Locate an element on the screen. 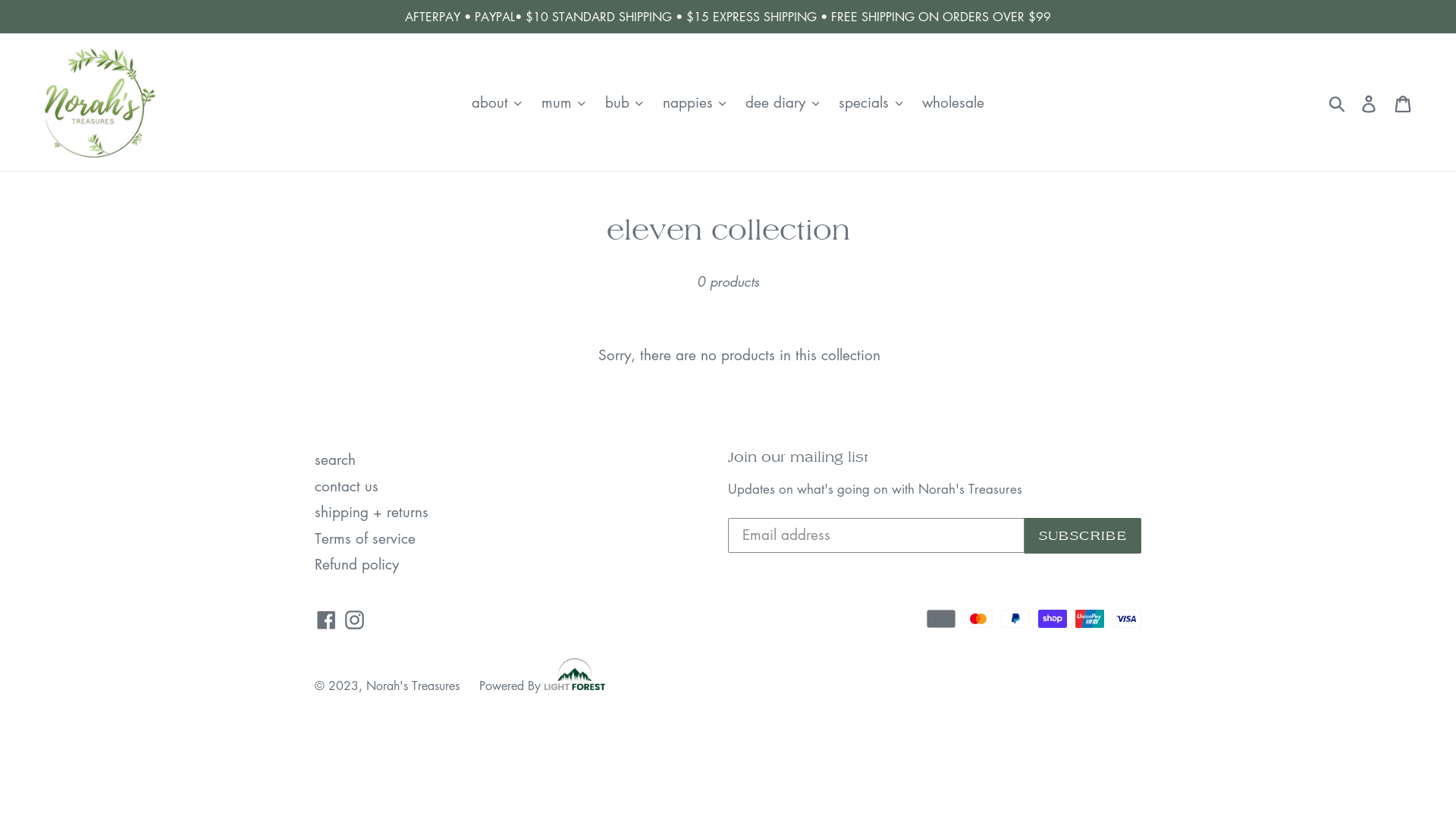 The width and height of the screenshot is (1456, 819). 'Refund policy' is located at coordinates (356, 563).